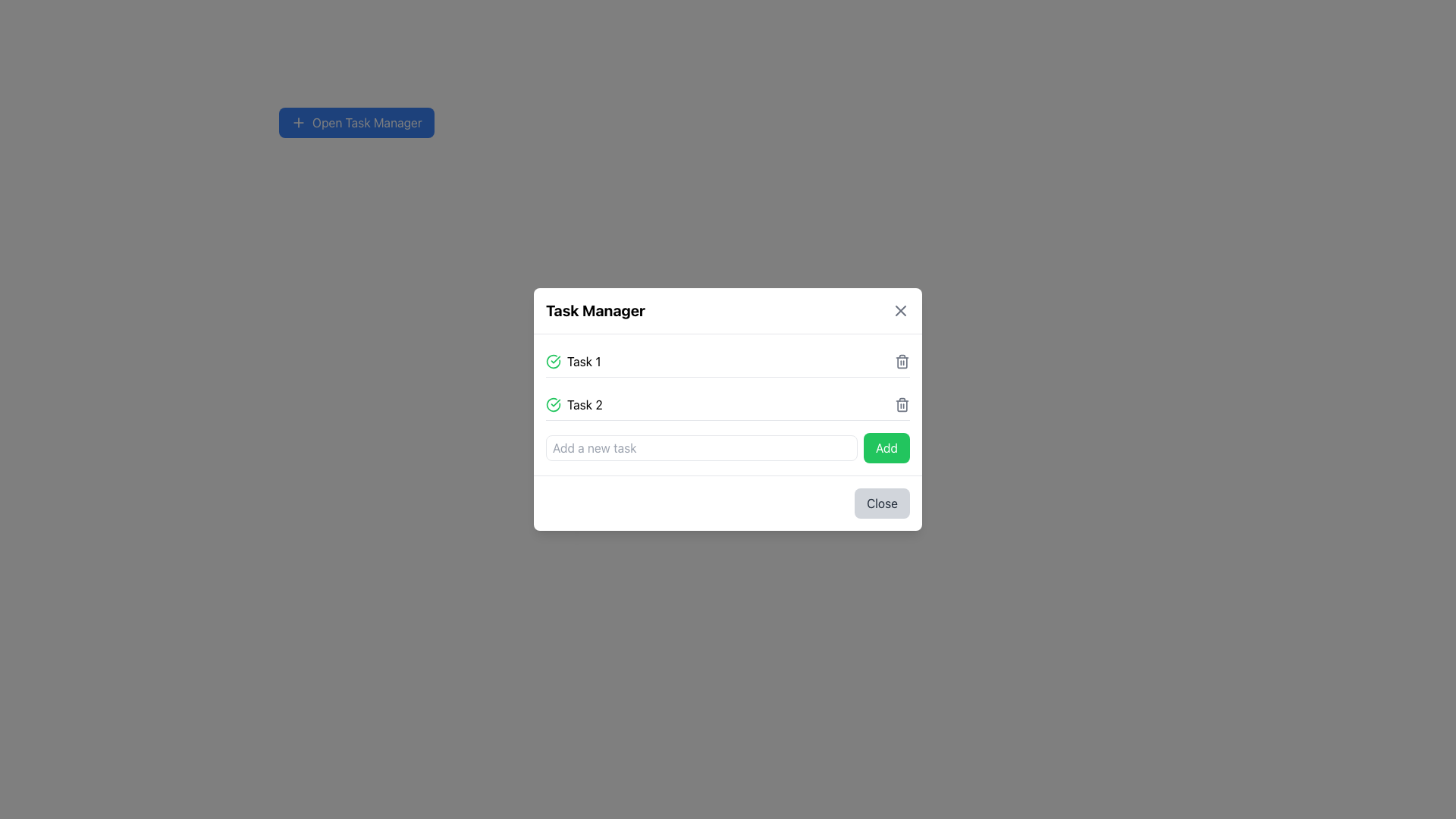  I want to click on the Text Label indicating the name of an individual task in the 'Task Manager' interface, which is located above 'Task 2' and to the right of a green check mark icon, so click(583, 362).